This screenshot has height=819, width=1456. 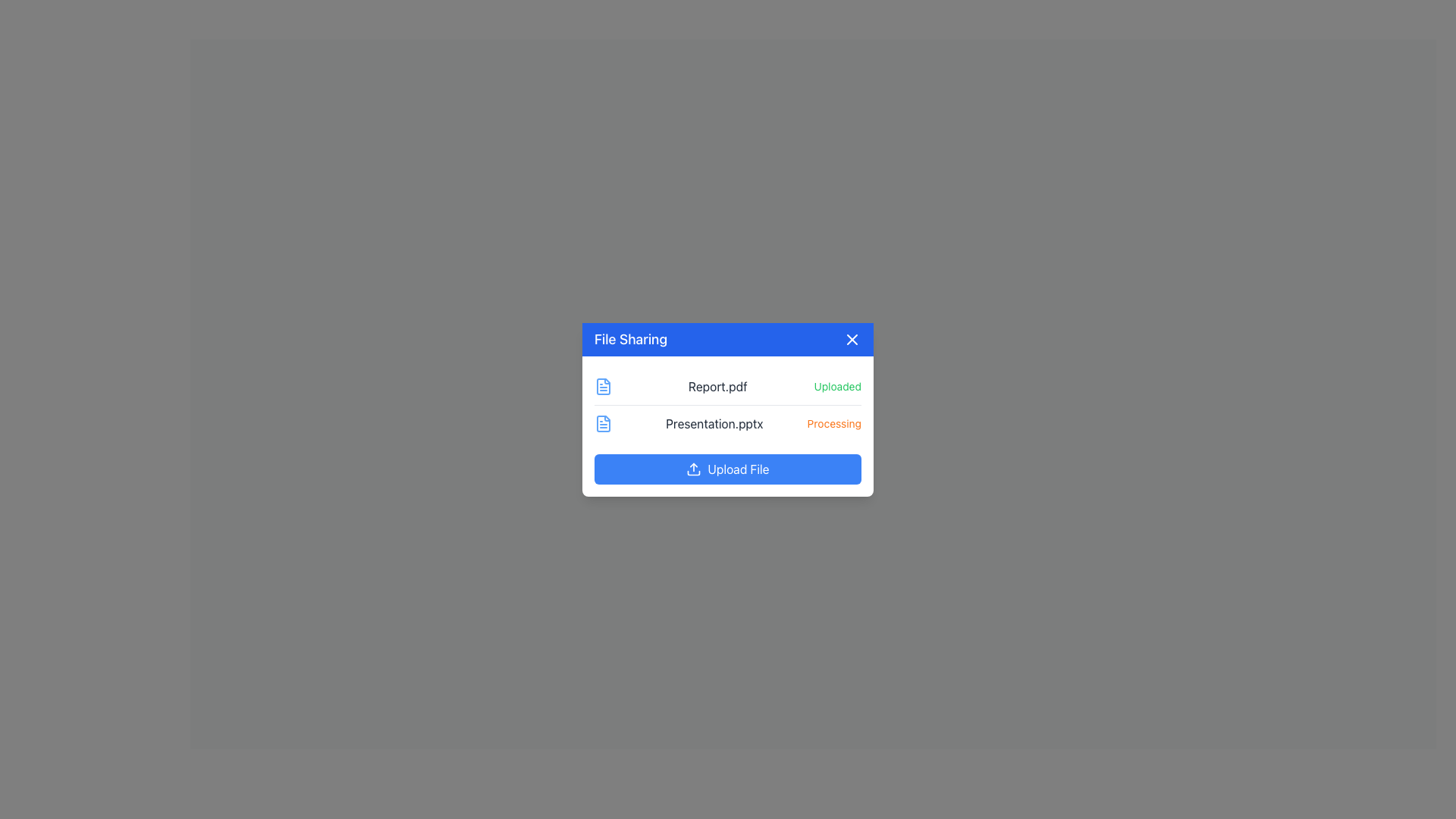 I want to click on the PDF file icon representing 'Report.pdf' located at the top left of the 'File Sharing' dialog box, so click(x=603, y=385).